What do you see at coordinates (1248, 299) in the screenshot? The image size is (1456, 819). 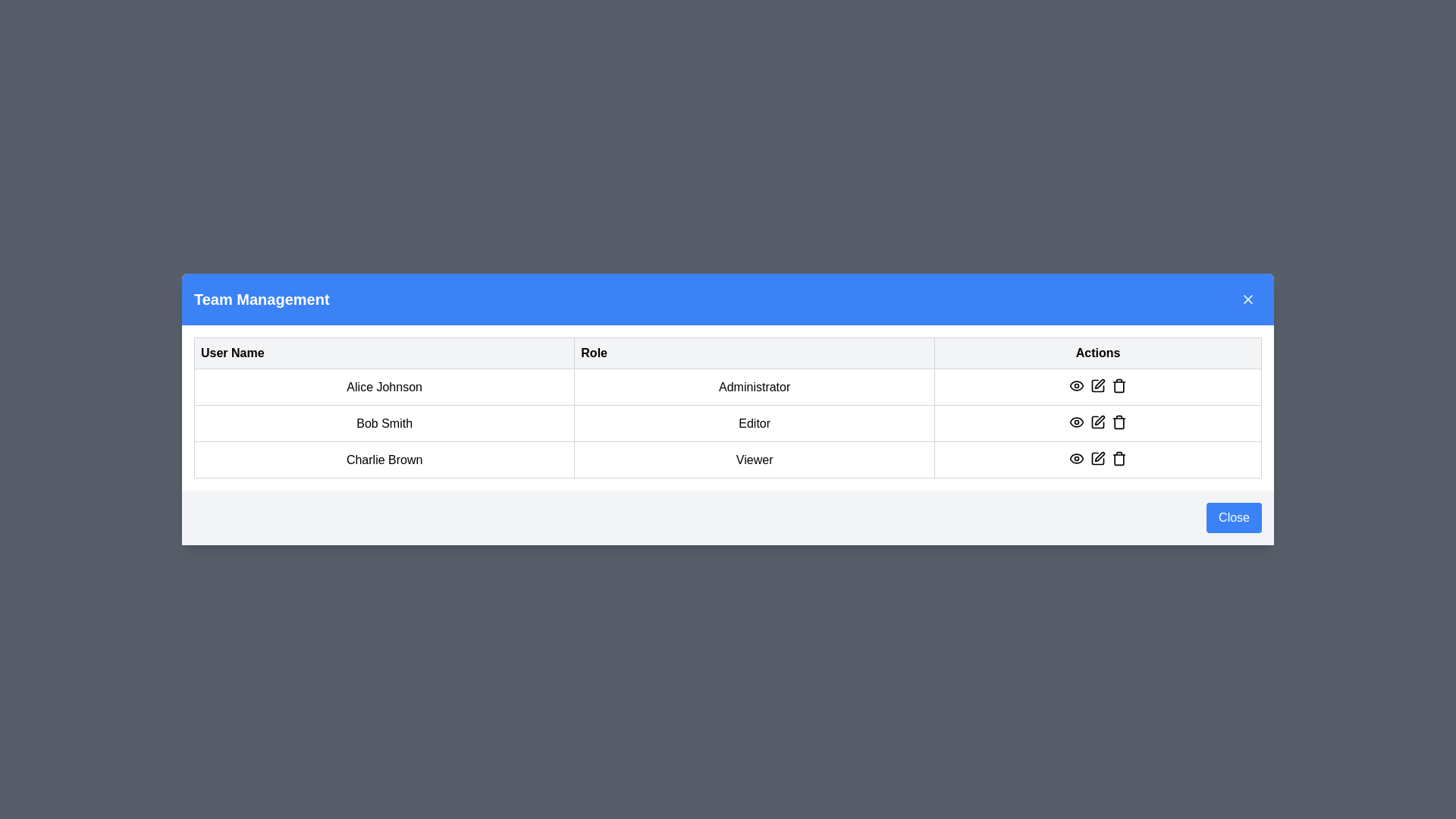 I see `the close button icon in the blue header section of the modal dialog` at bounding box center [1248, 299].